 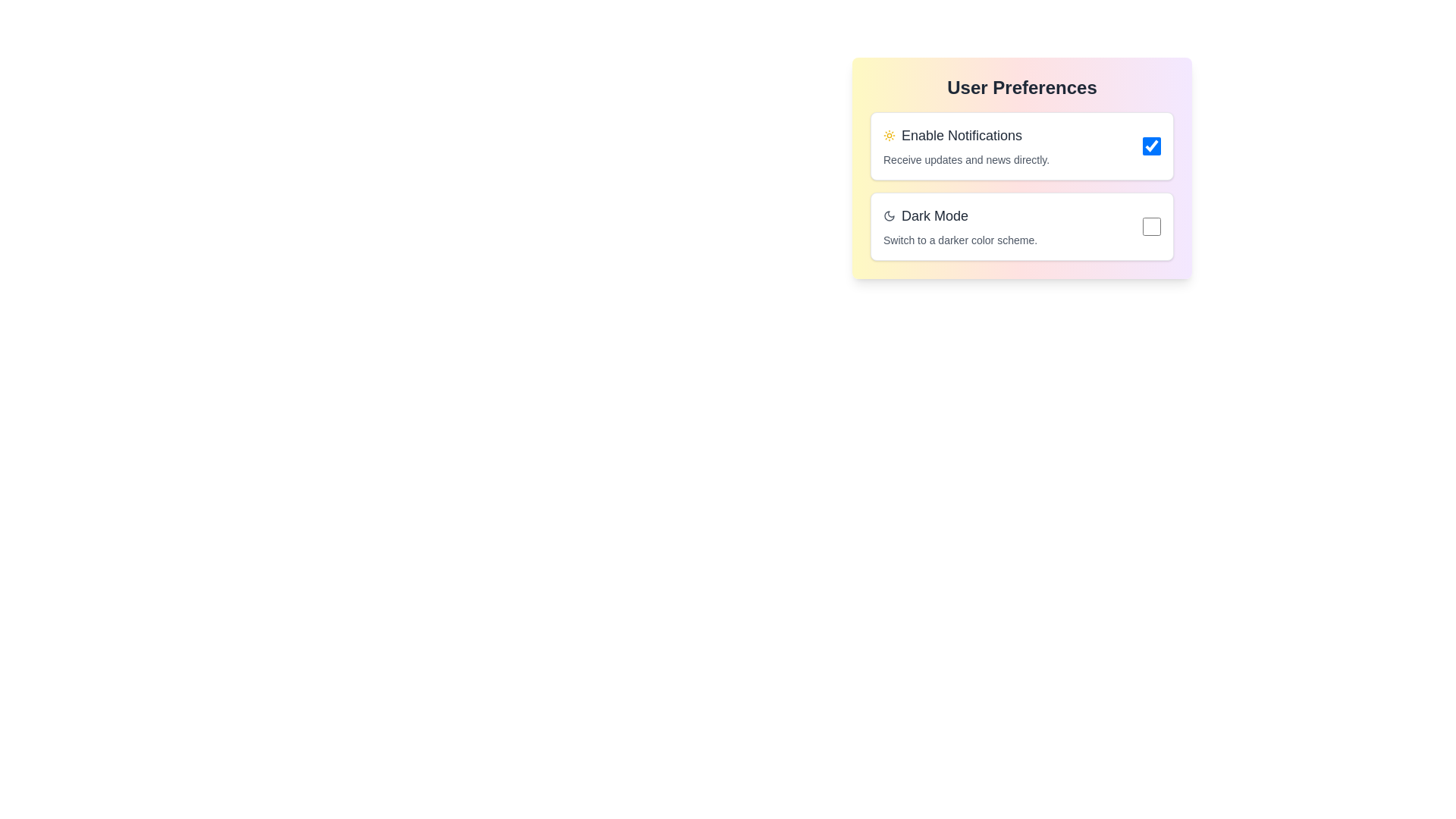 What do you see at coordinates (1022, 87) in the screenshot?
I see `the prominently displayed text label 'User Preferences', which is styled in a bold and large font with a dark gray color, located at the top of a card-like component with a gradient background` at bounding box center [1022, 87].